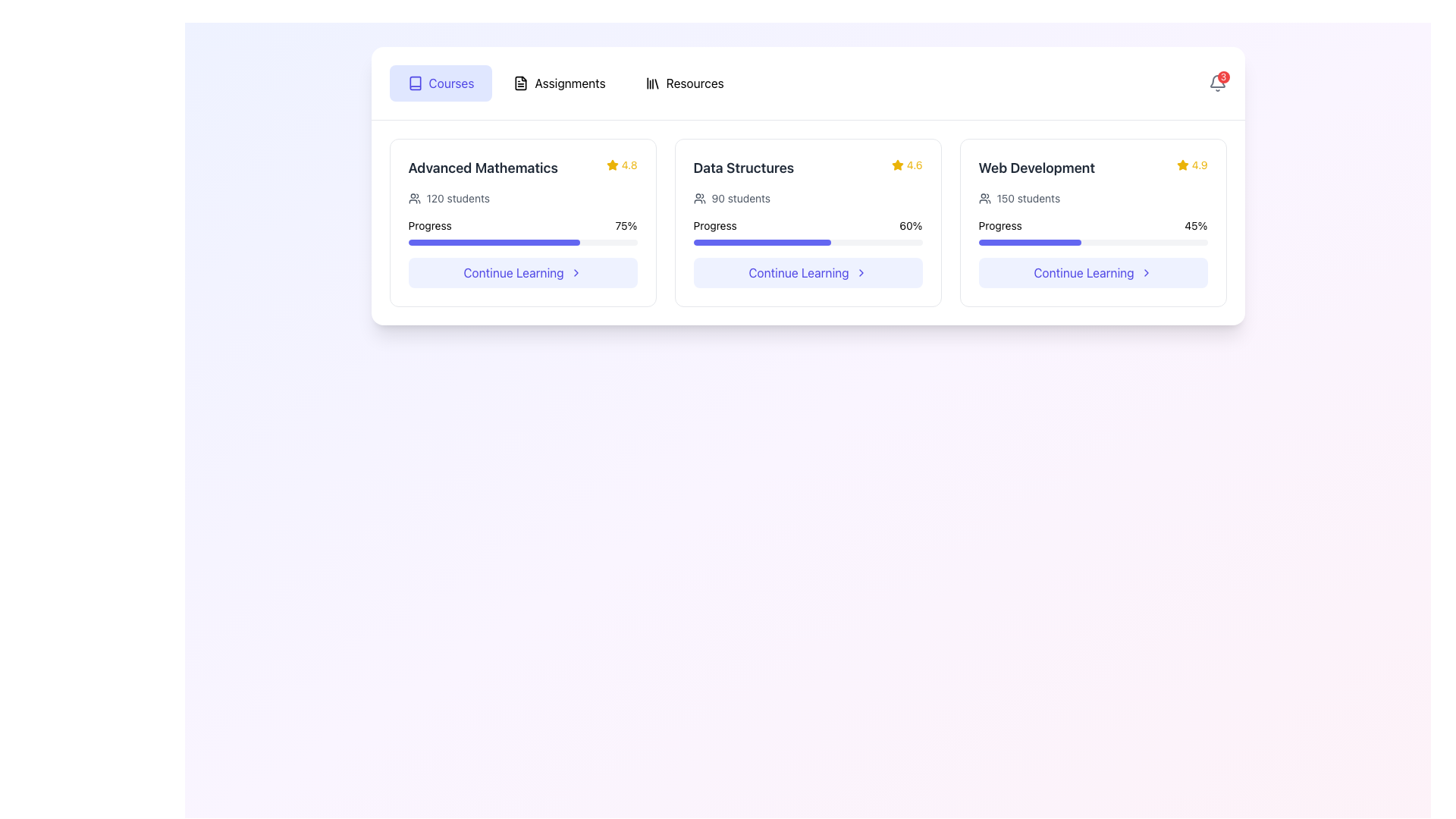 The width and height of the screenshot is (1456, 819). I want to click on the progress indicator segment that visually indicates a progress value of 75% within the larger progress bar located below the 'Advanced Mathematics' card in the dashboard interface, so click(494, 242).